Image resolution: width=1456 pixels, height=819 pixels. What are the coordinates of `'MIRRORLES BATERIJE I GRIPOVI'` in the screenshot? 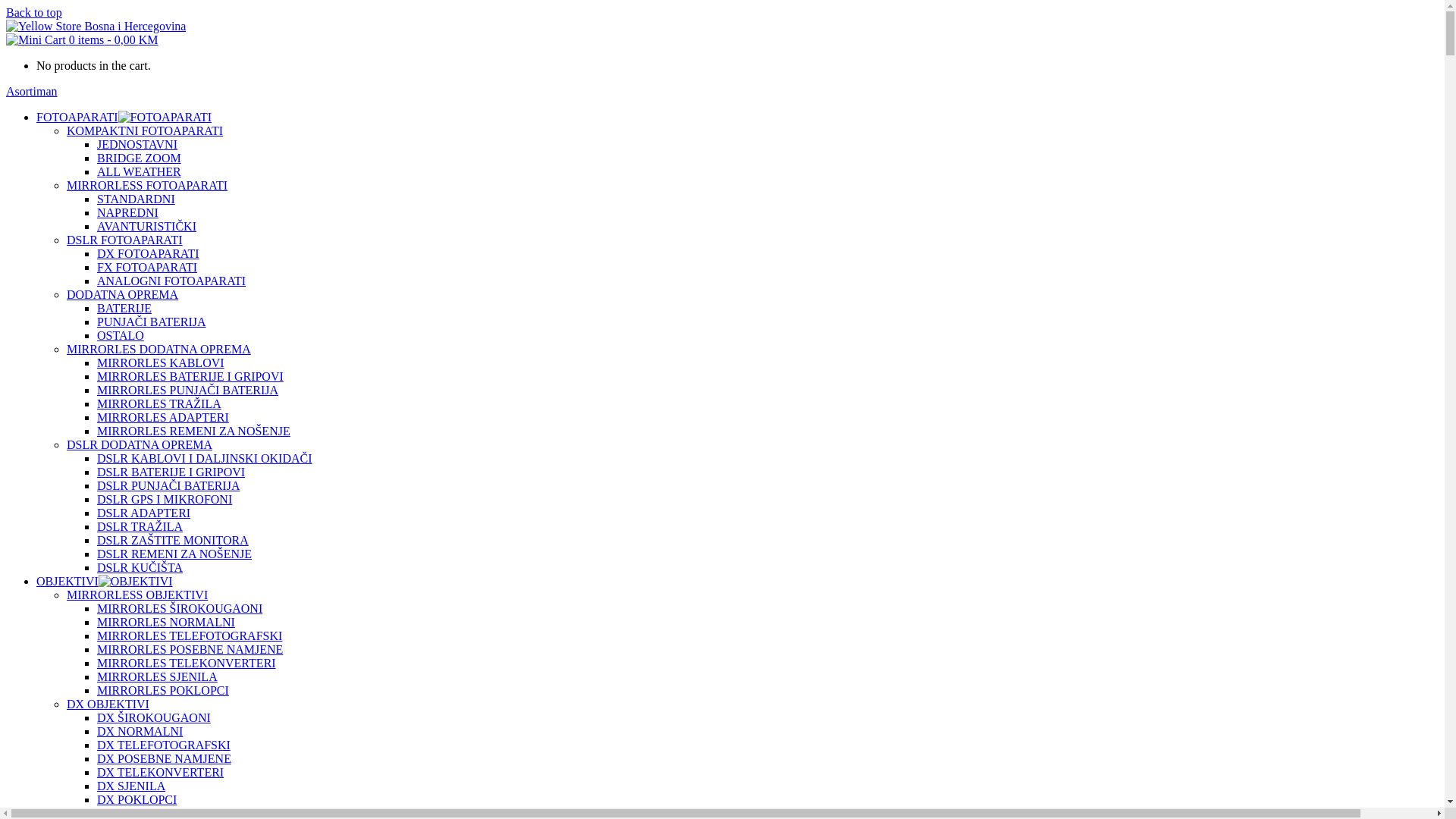 It's located at (189, 375).